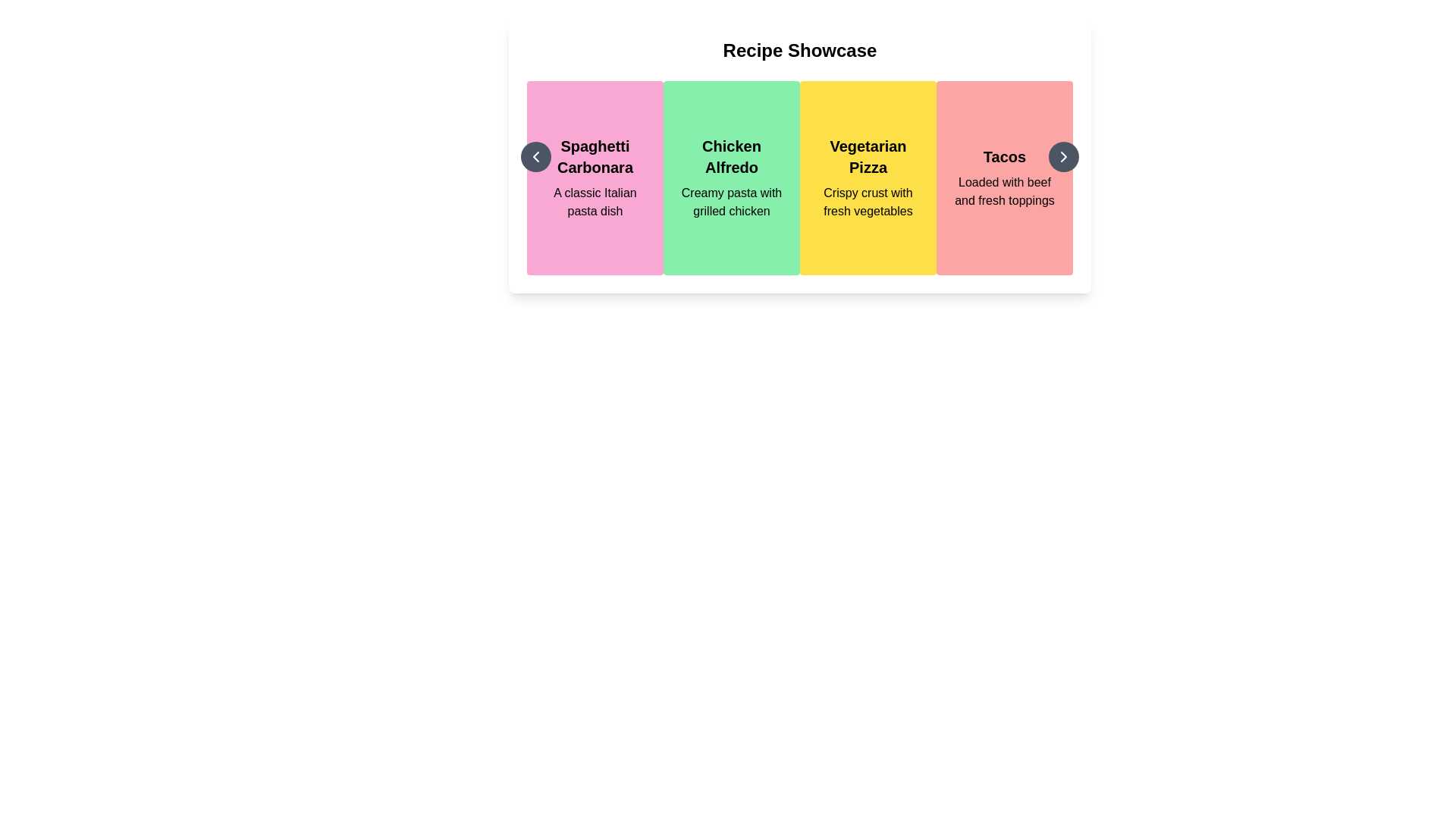  What do you see at coordinates (868, 157) in the screenshot?
I see `the text label displaying 'Vegetarian Pizza', which is prominently styled in bold sans-serif font on a yellow background, located below the 'Recipe Showcase' header` at bounding box center [868, 157].